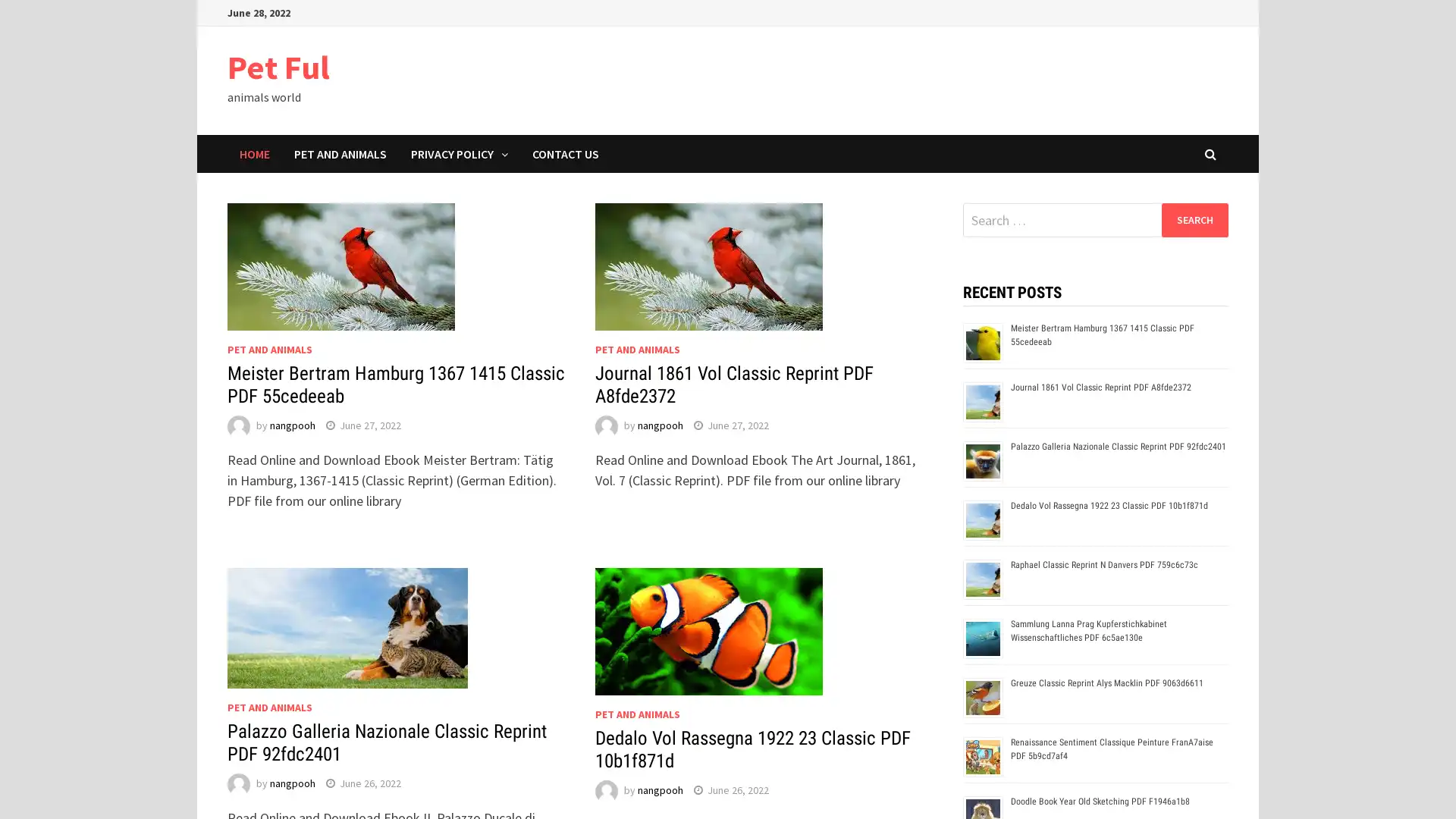  I want to click on Search, so click(1194, 219).